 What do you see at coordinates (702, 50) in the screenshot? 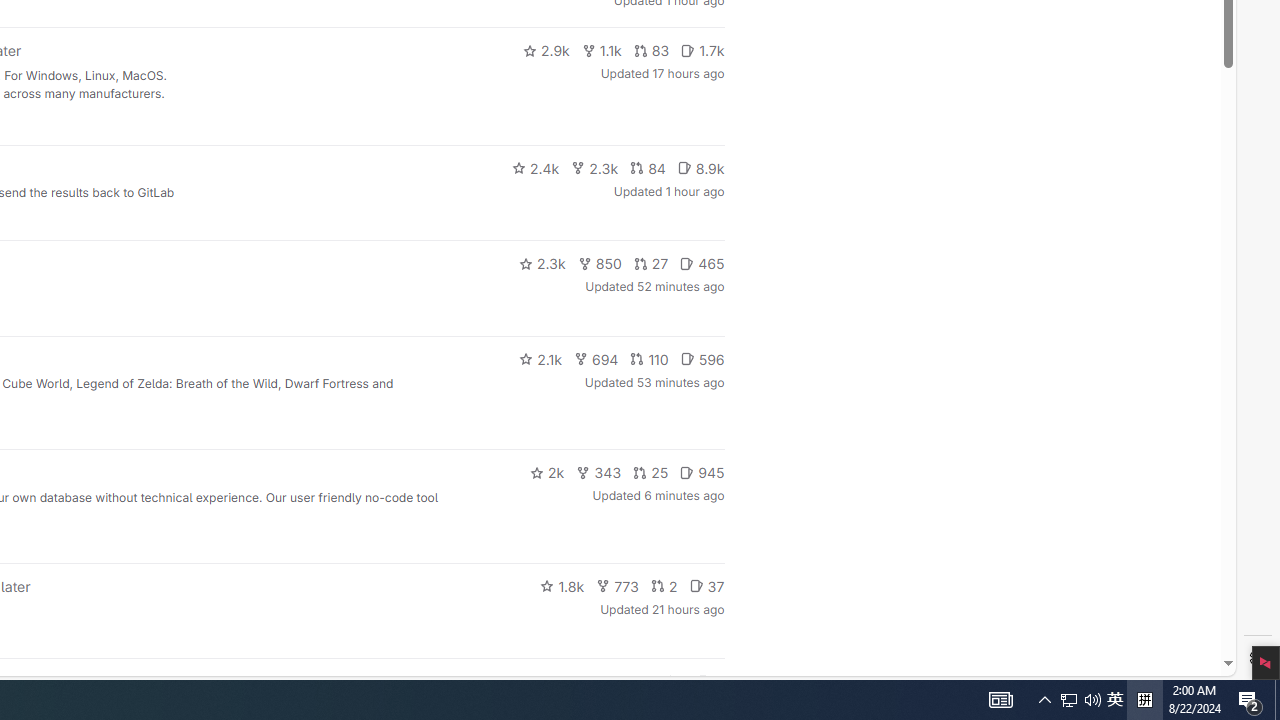
I see `'1.7k'` at bounding box center [702, 50].